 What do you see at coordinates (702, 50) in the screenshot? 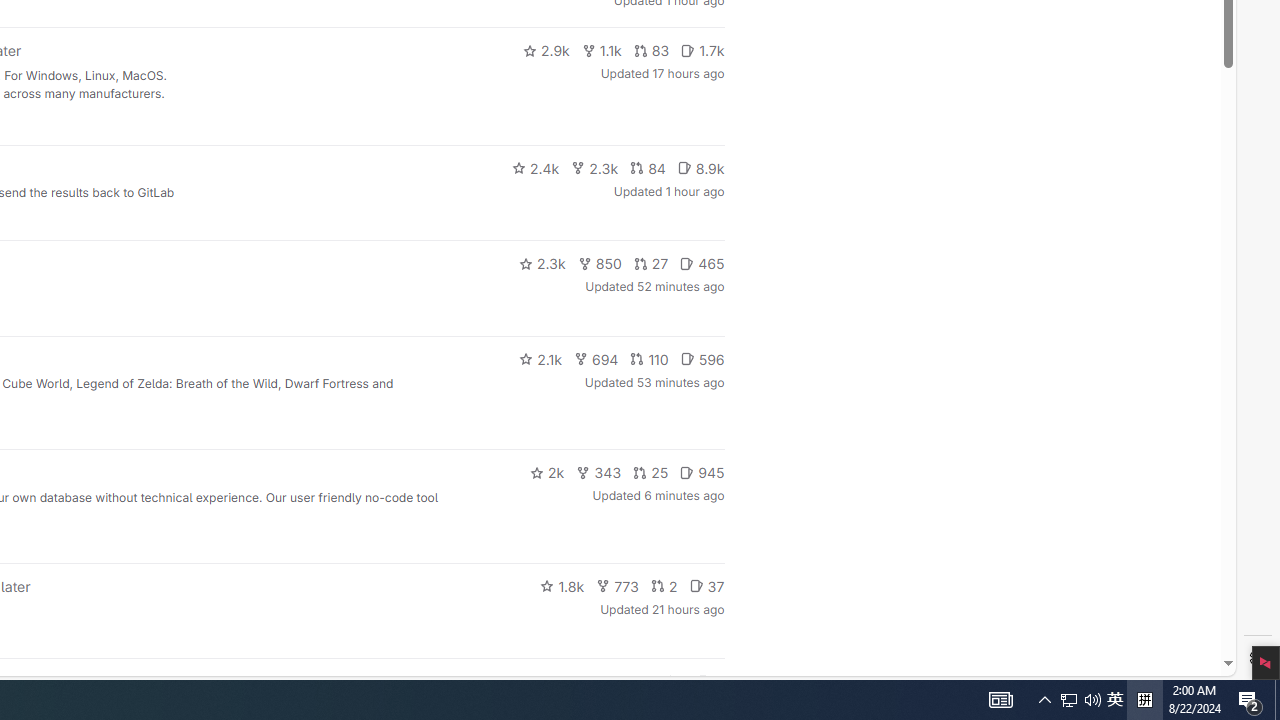
I see `'1.7k'` at bounding box center [702, 50].